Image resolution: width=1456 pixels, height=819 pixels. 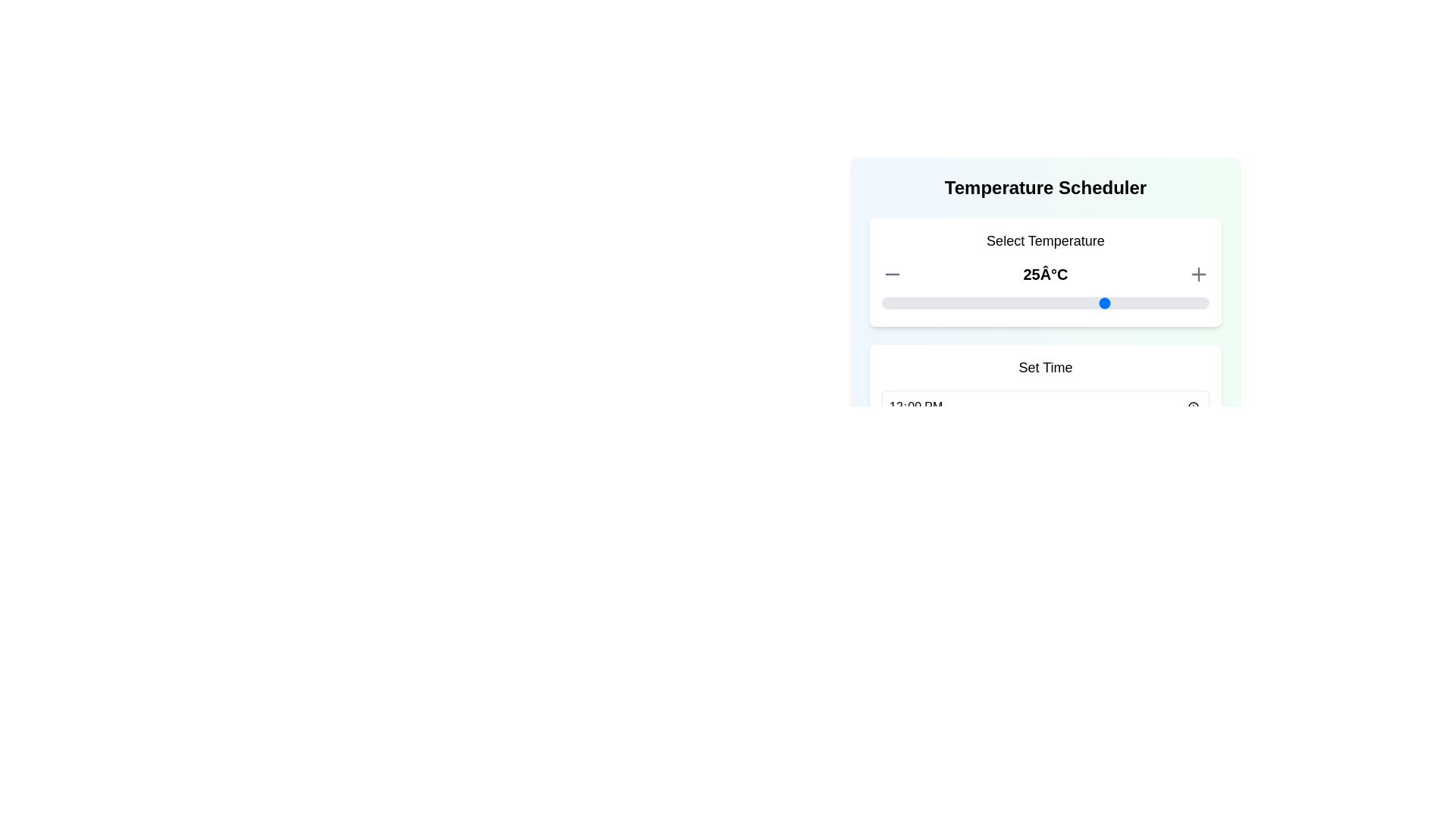 What do you see at coordinates (1197, 275) in the screenshot?
I see `the button located to the right of the temperature display ('25°C') to increase the temperature setting` at bounding box center [1197, 275].